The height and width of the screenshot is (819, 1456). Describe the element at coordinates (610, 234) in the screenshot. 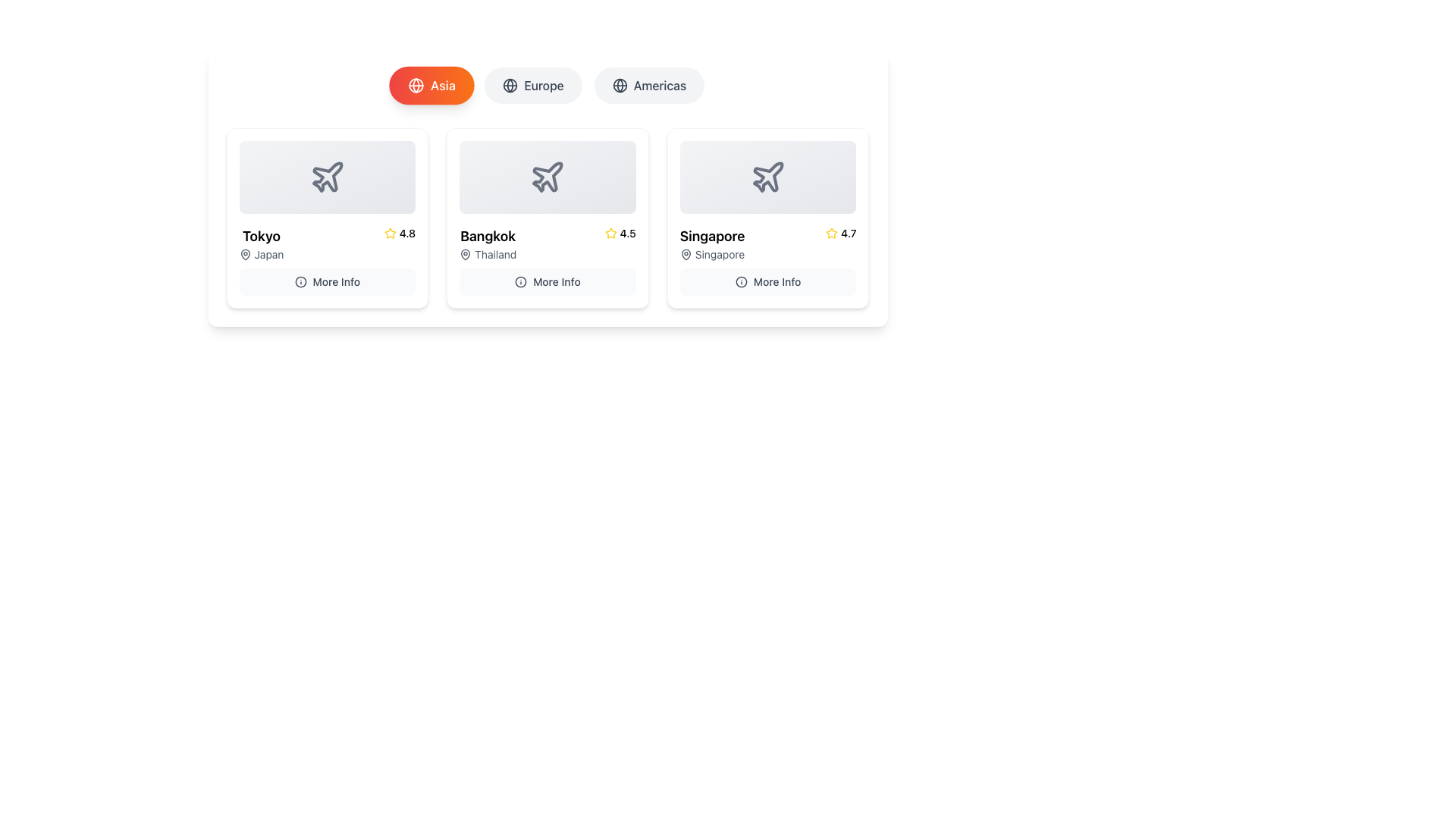

I see `the yellow star-shaped icon located in the rating section of the 'Bangkok' card, positioned to the left of the text '4.5'` at that location.